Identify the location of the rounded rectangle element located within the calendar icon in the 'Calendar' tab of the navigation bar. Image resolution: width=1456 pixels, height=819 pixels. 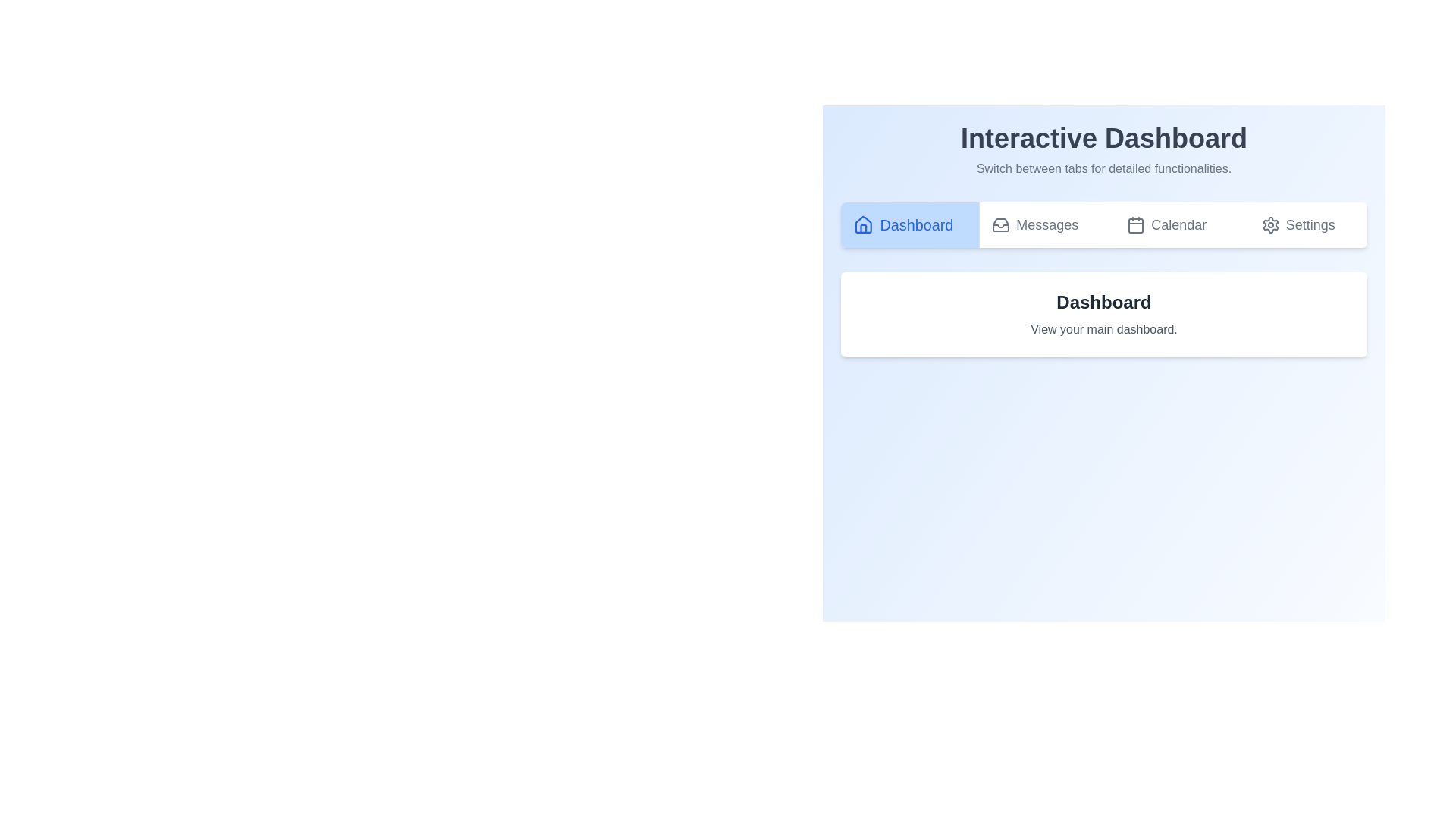
(1136, 225).